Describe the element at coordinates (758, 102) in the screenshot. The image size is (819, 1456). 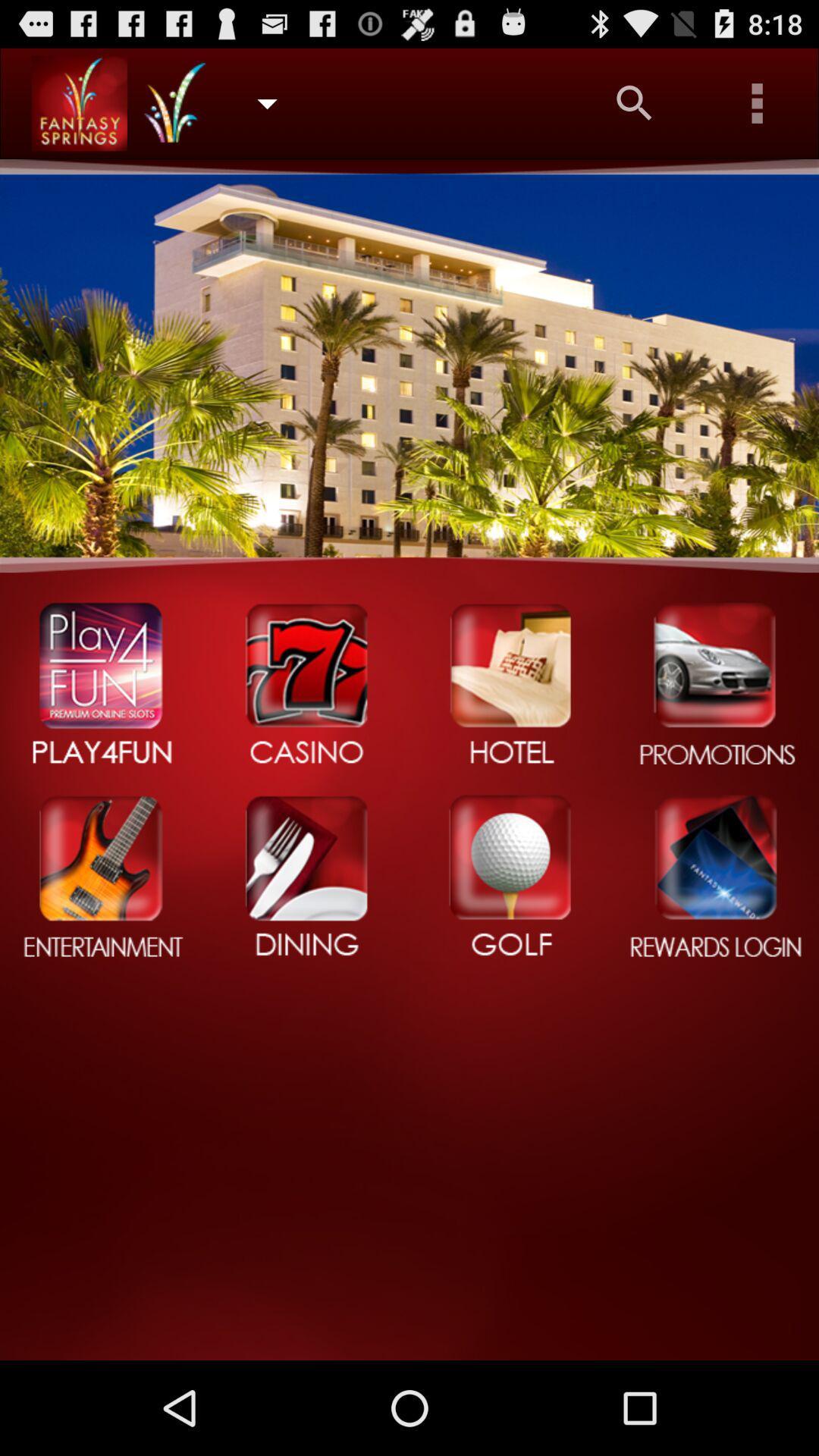
I see `show menu` at that location.